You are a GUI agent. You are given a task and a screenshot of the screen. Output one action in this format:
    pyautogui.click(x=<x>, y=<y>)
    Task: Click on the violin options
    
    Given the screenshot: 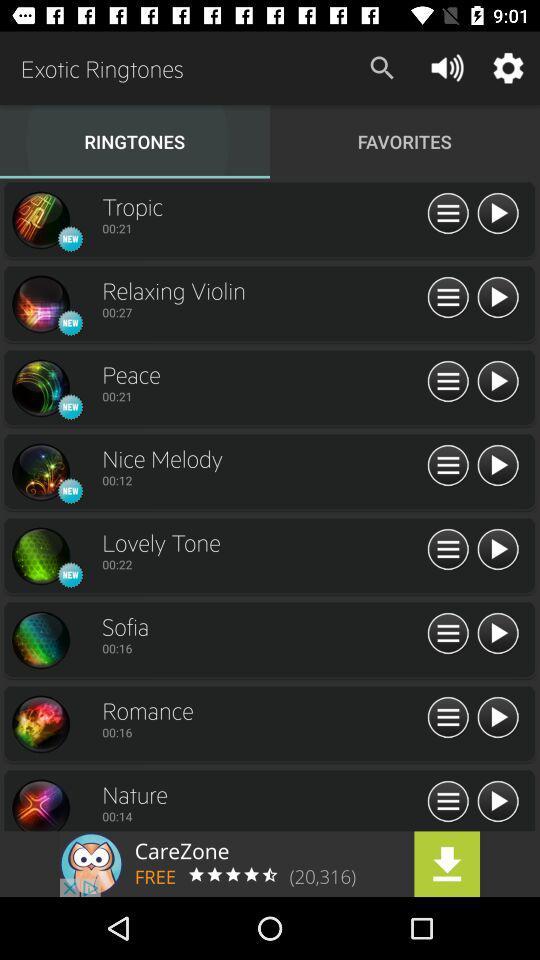 What is the action you would take?
    pyautogui.click(x=448, y=297)
    